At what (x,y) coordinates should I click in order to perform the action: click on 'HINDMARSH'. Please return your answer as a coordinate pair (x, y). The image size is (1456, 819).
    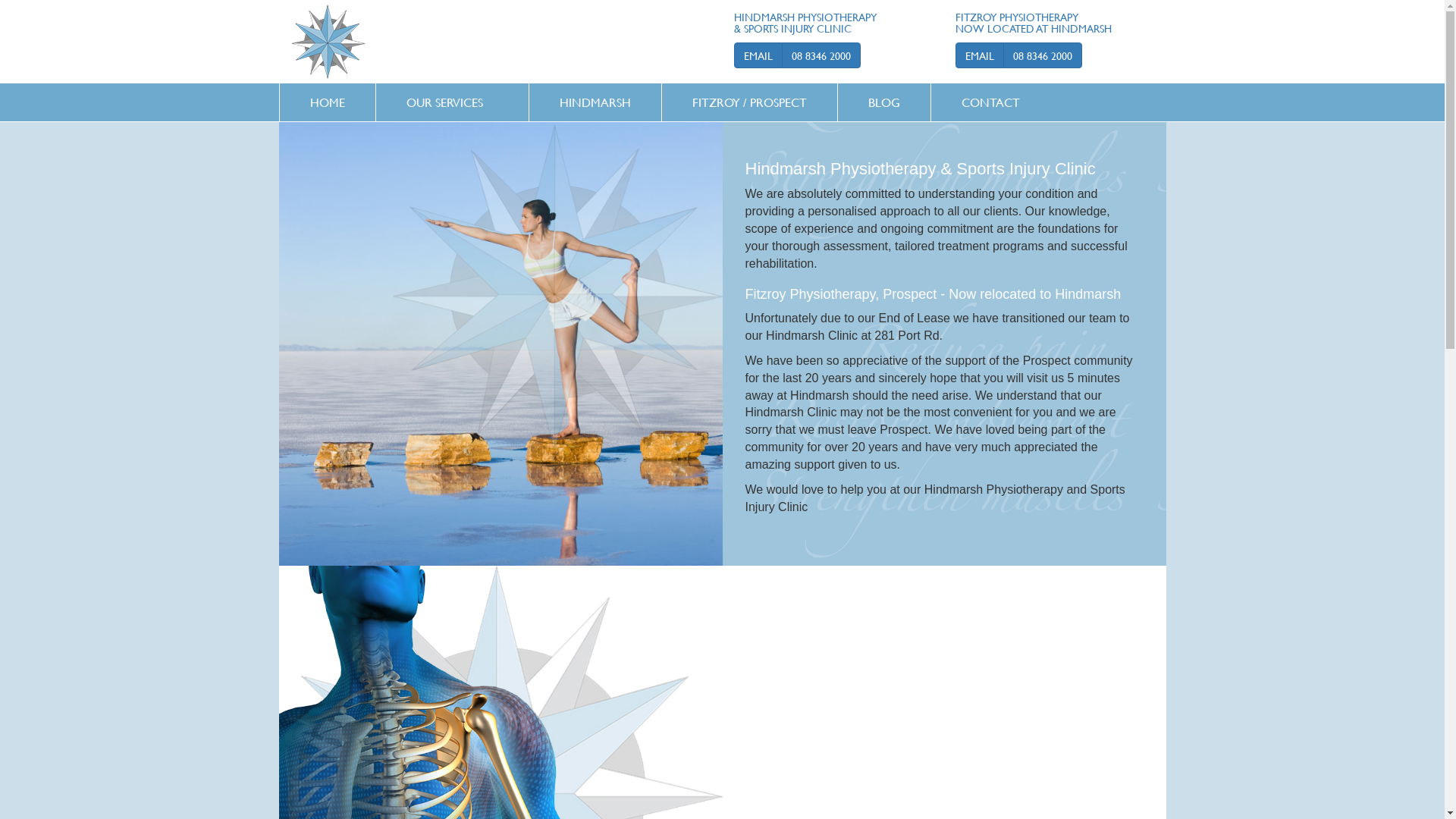
    Looking at the image, I should click on (551, 102).